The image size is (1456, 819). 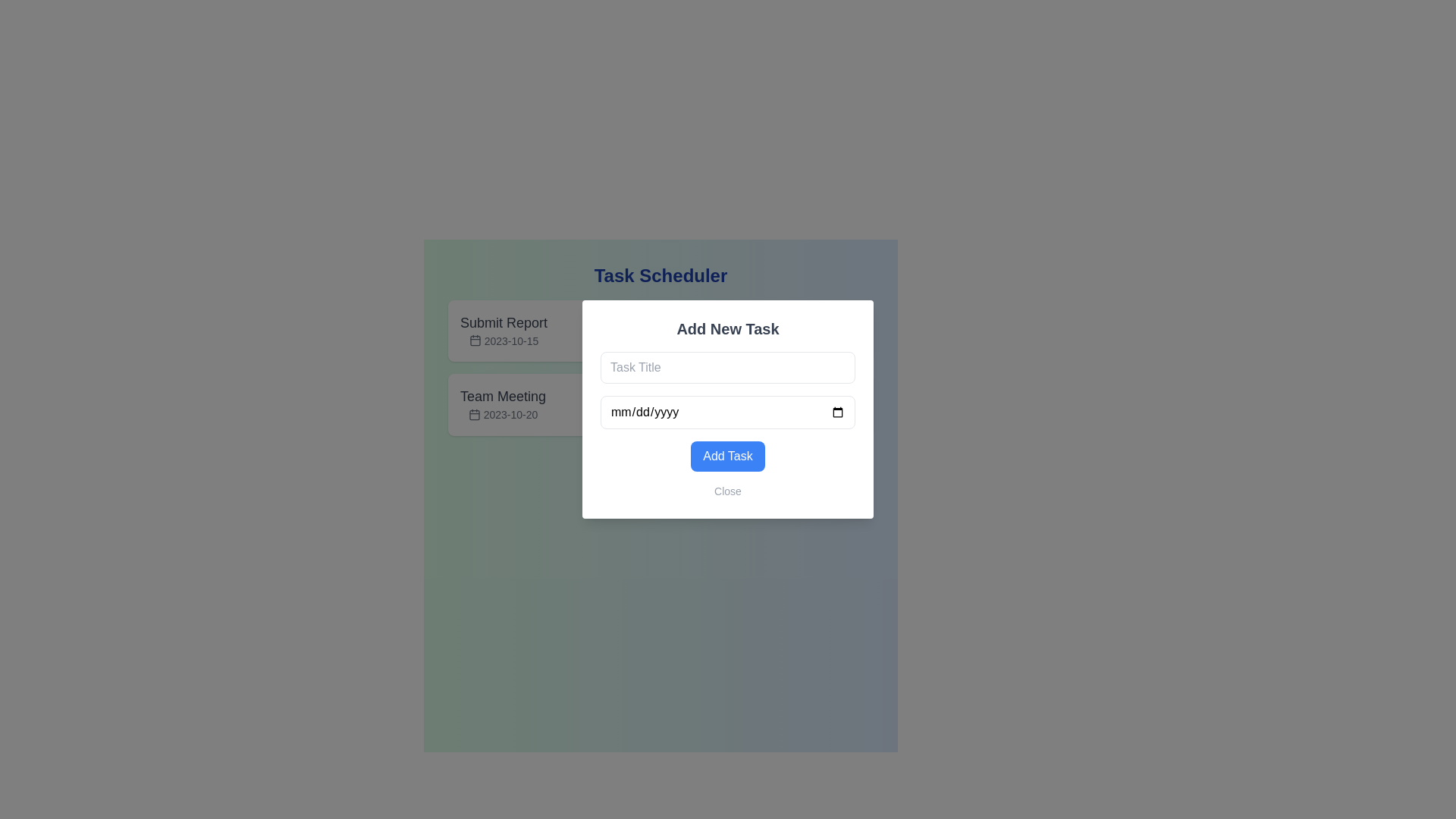 I want to click on the close button at the bottom of the modal dialog box, so click(x=728, y=491).